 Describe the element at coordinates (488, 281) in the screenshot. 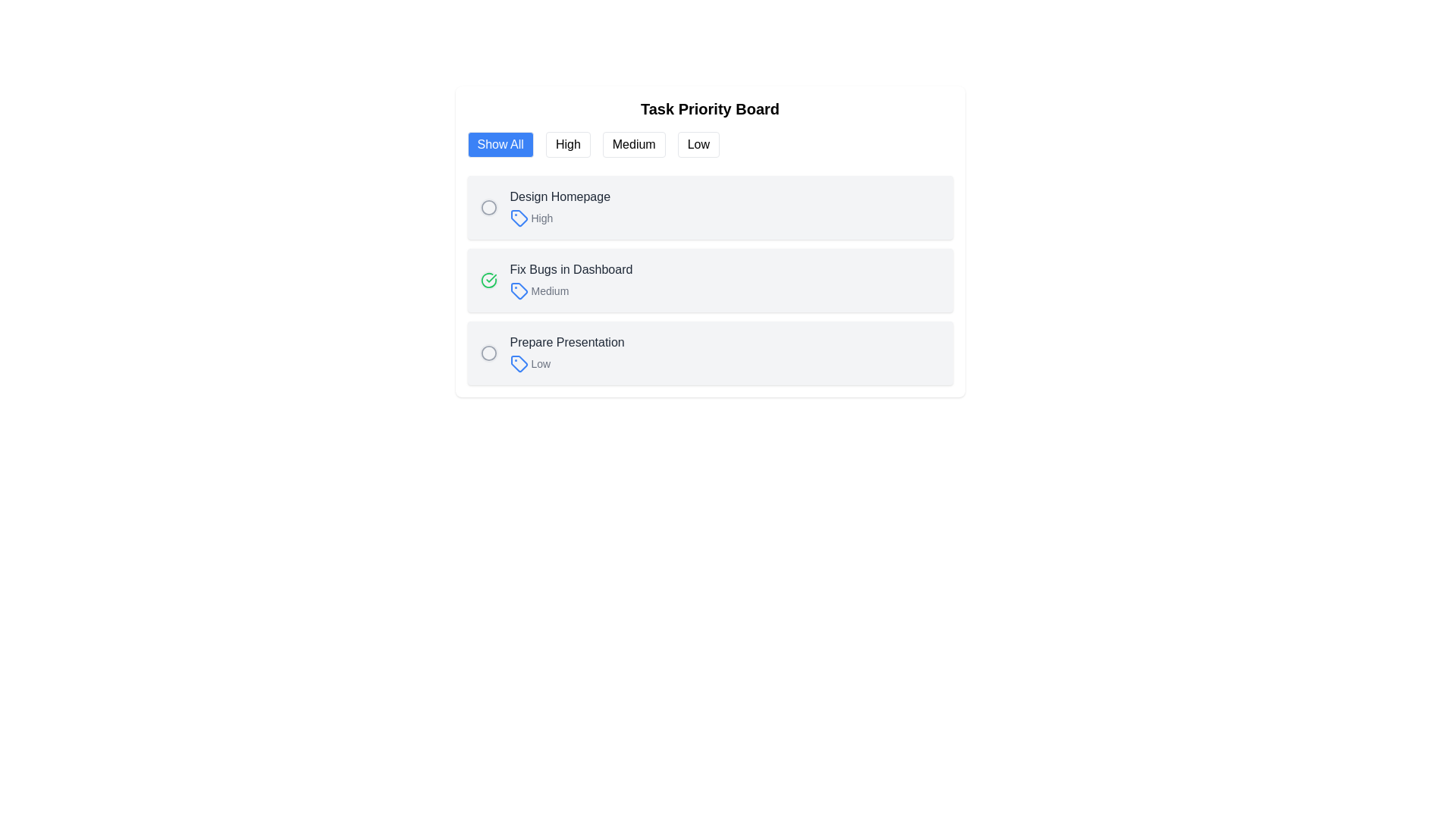

I see `the completion icon located to the left of the text 'Fix Bugs in Dashboard' in the second row of the task priority list` at that location.